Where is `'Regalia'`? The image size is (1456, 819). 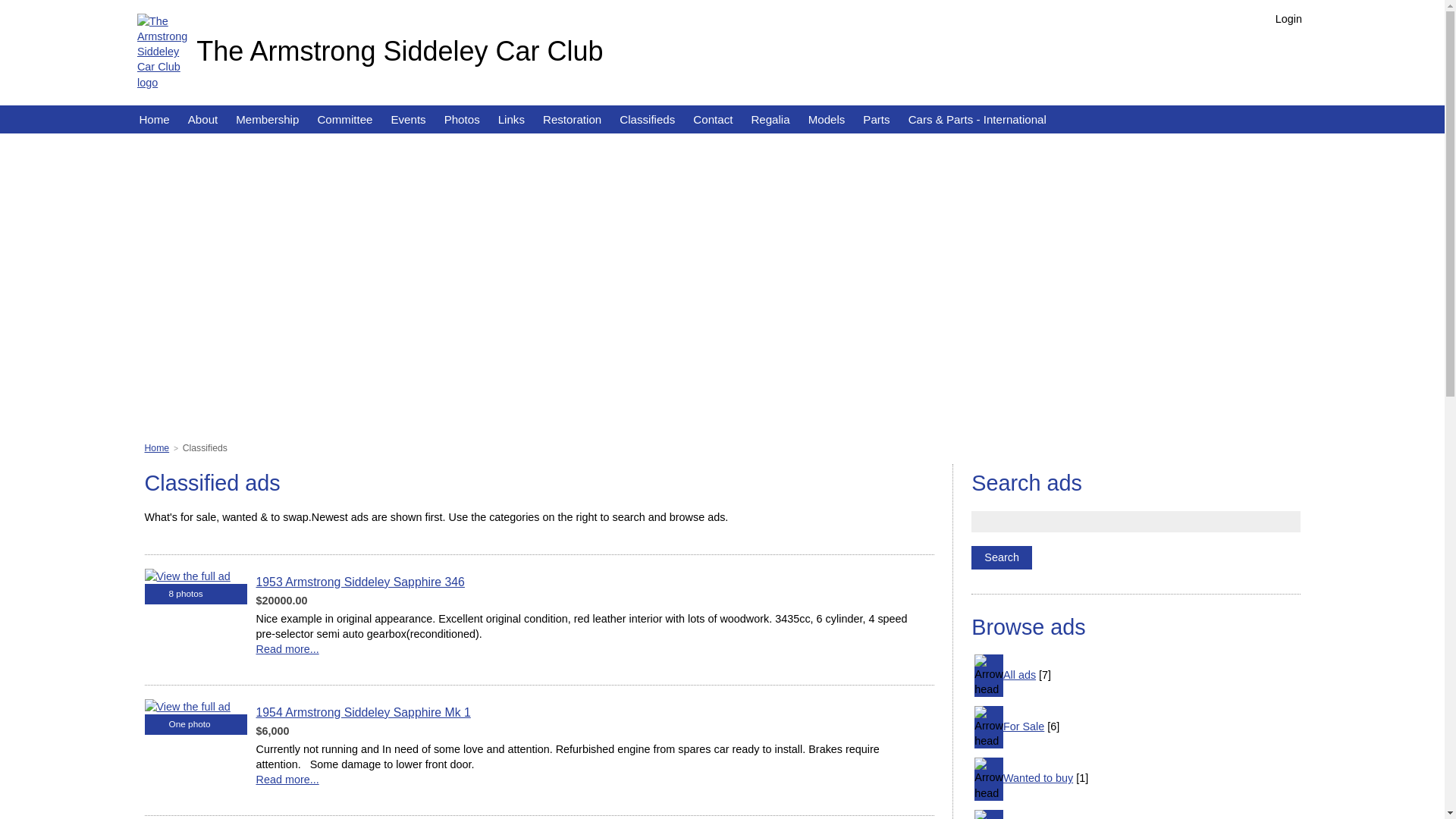
'Regalia' is located at coordinates (742, 119).